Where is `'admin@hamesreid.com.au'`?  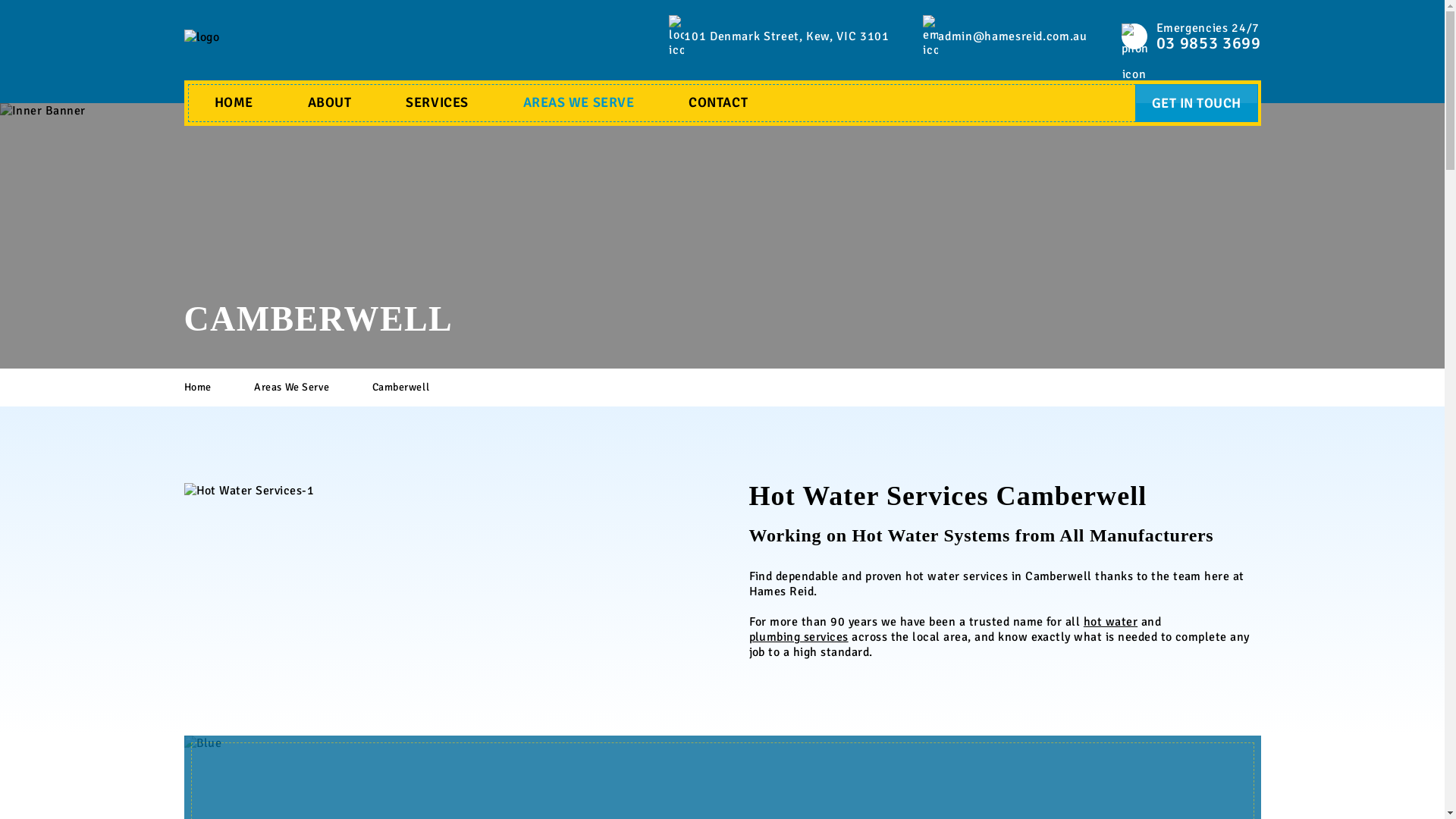
'admin@hamesreid.com.au' is located at coordinates (1012, 35).